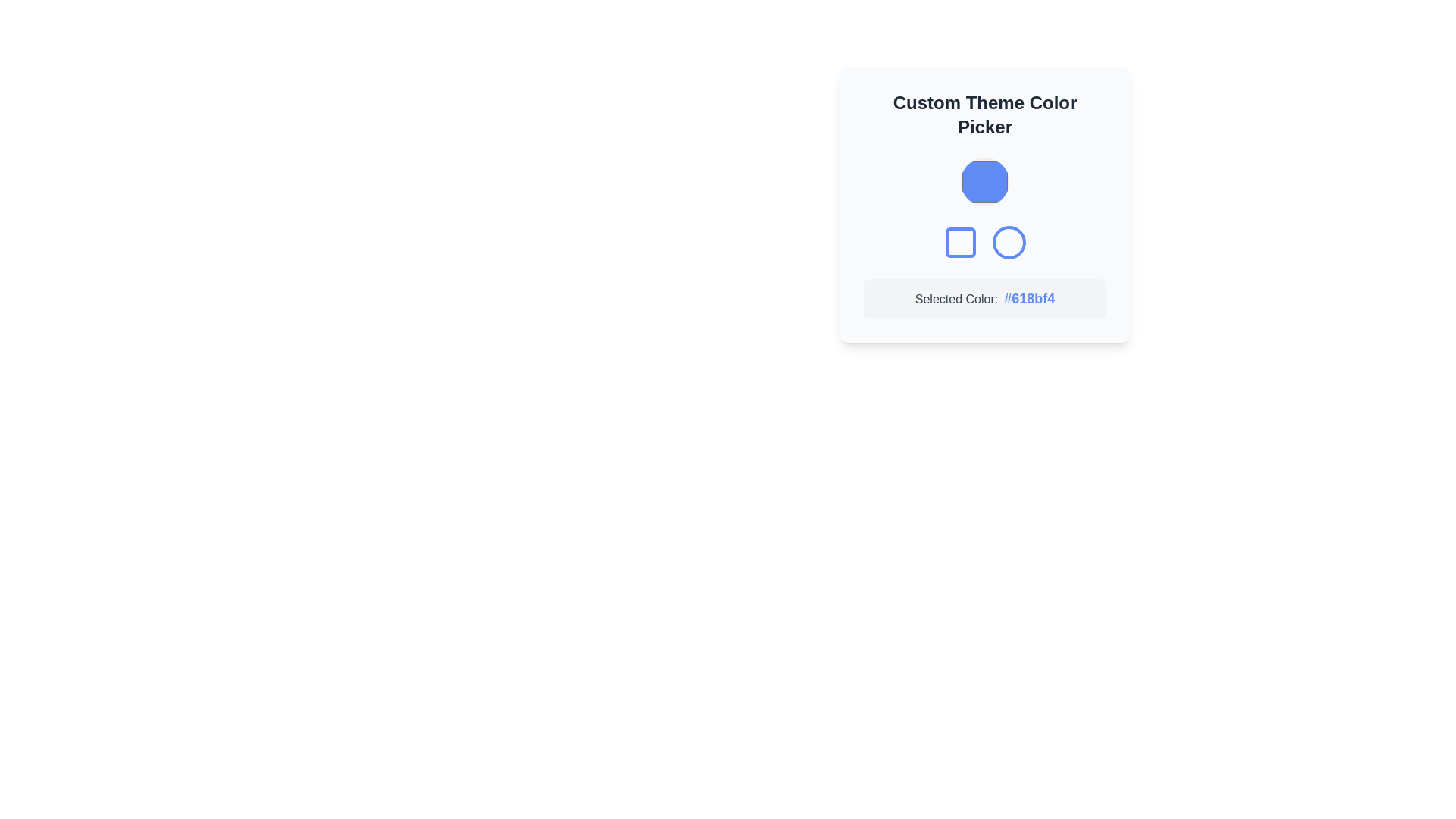  What do you see at coordinates (1029, 298) in the screenshot?
I see `the text label displaying the string '#618bf4' in blue color, which is prominently placed within a light gray box and is located to the right of 'Selected Color:'` at bounding box center [1029, 298].